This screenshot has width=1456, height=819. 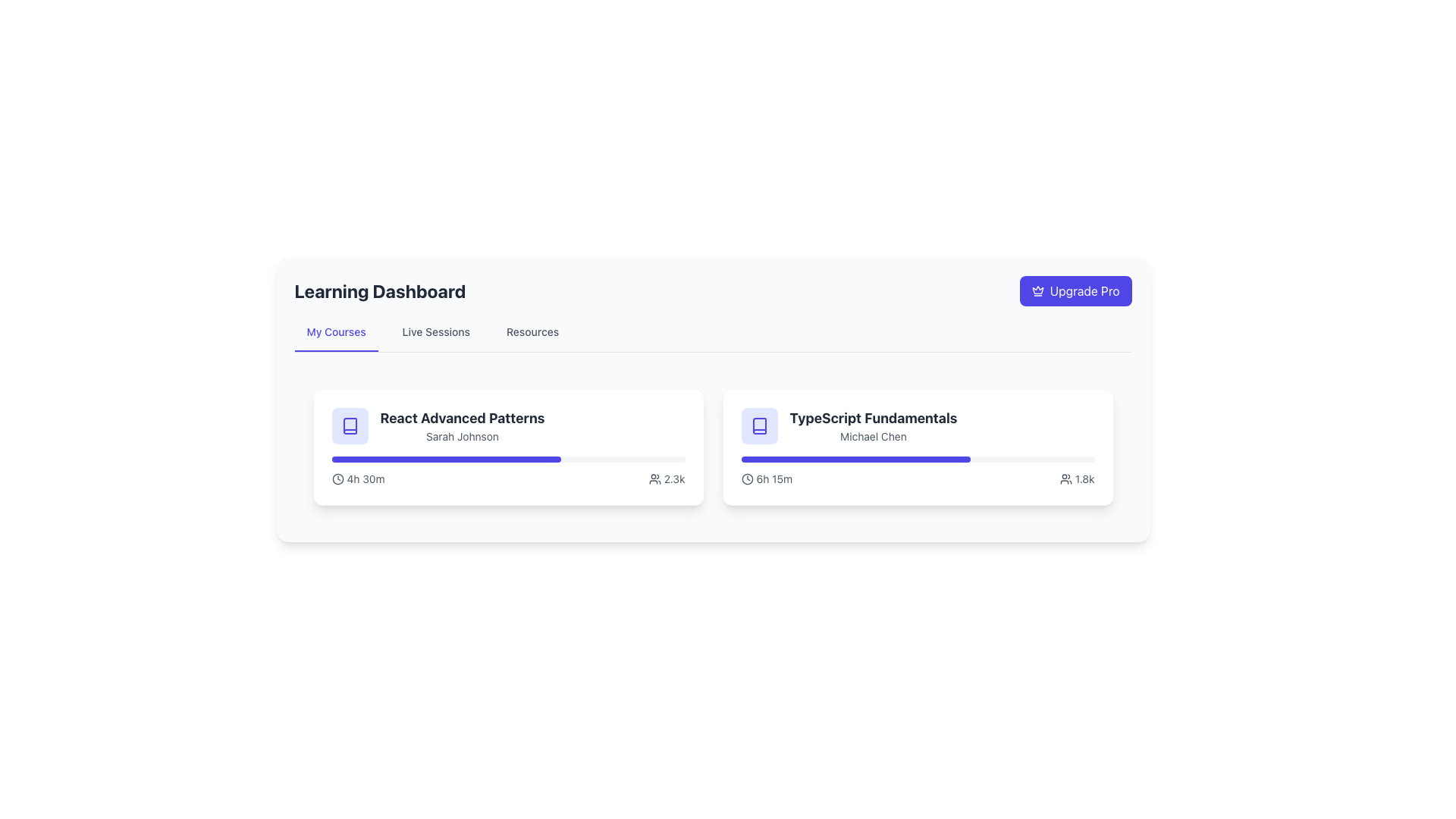 What do you see at coordinates (357, 479) in the screenshot?
I see `the Time indicator with icon located in the 'React Advanced Patterns' course card, positioned to the left side of the bottom section for potential interactions` at bounding box center [357, 479].